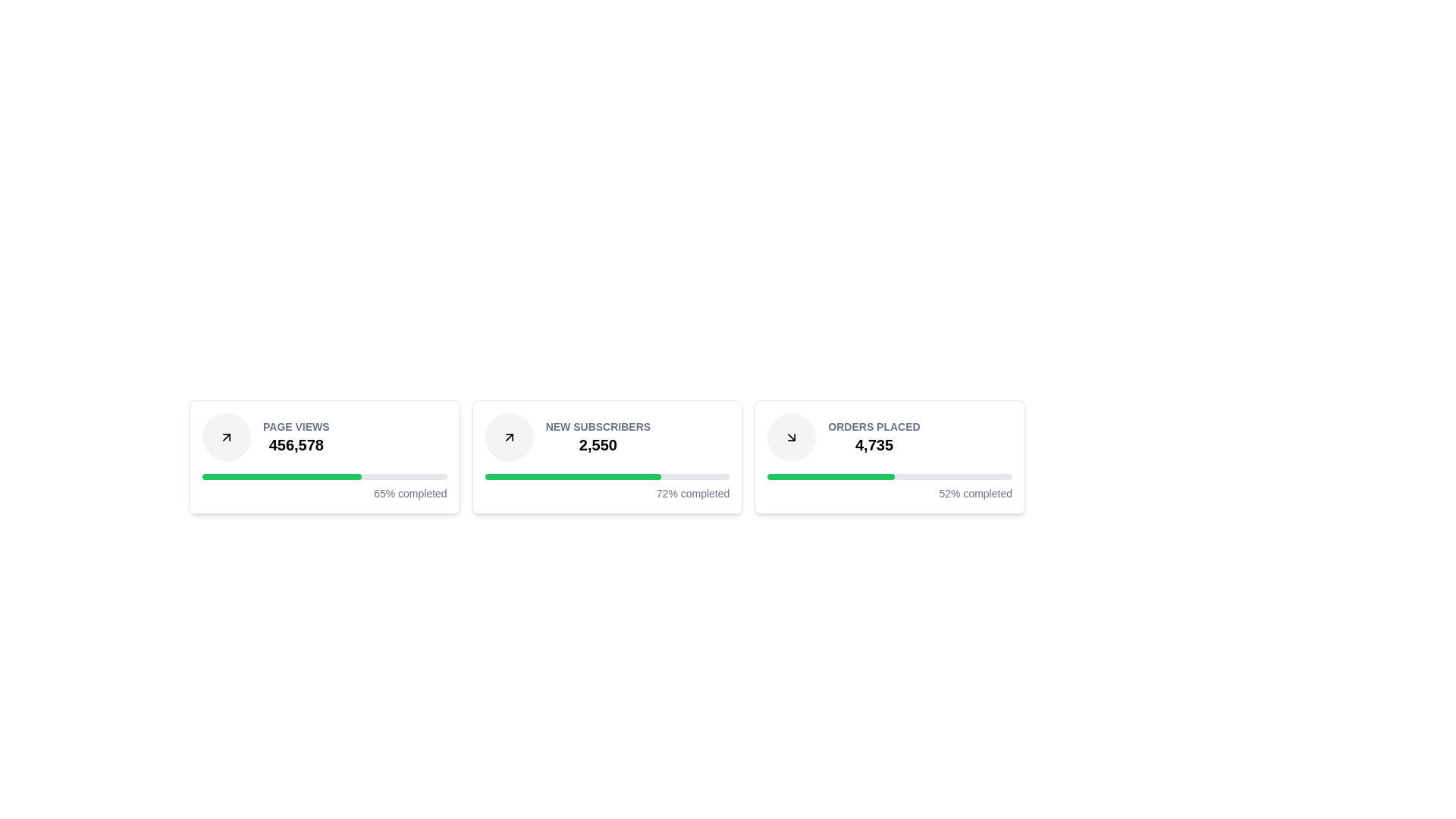 Image resolution: width=1456 pixels, height=819 pixels. I want to click on the numeric text display element showing '2,550', located below the label 'New Subscribers' in the center panel of the card, so click(597, 444).